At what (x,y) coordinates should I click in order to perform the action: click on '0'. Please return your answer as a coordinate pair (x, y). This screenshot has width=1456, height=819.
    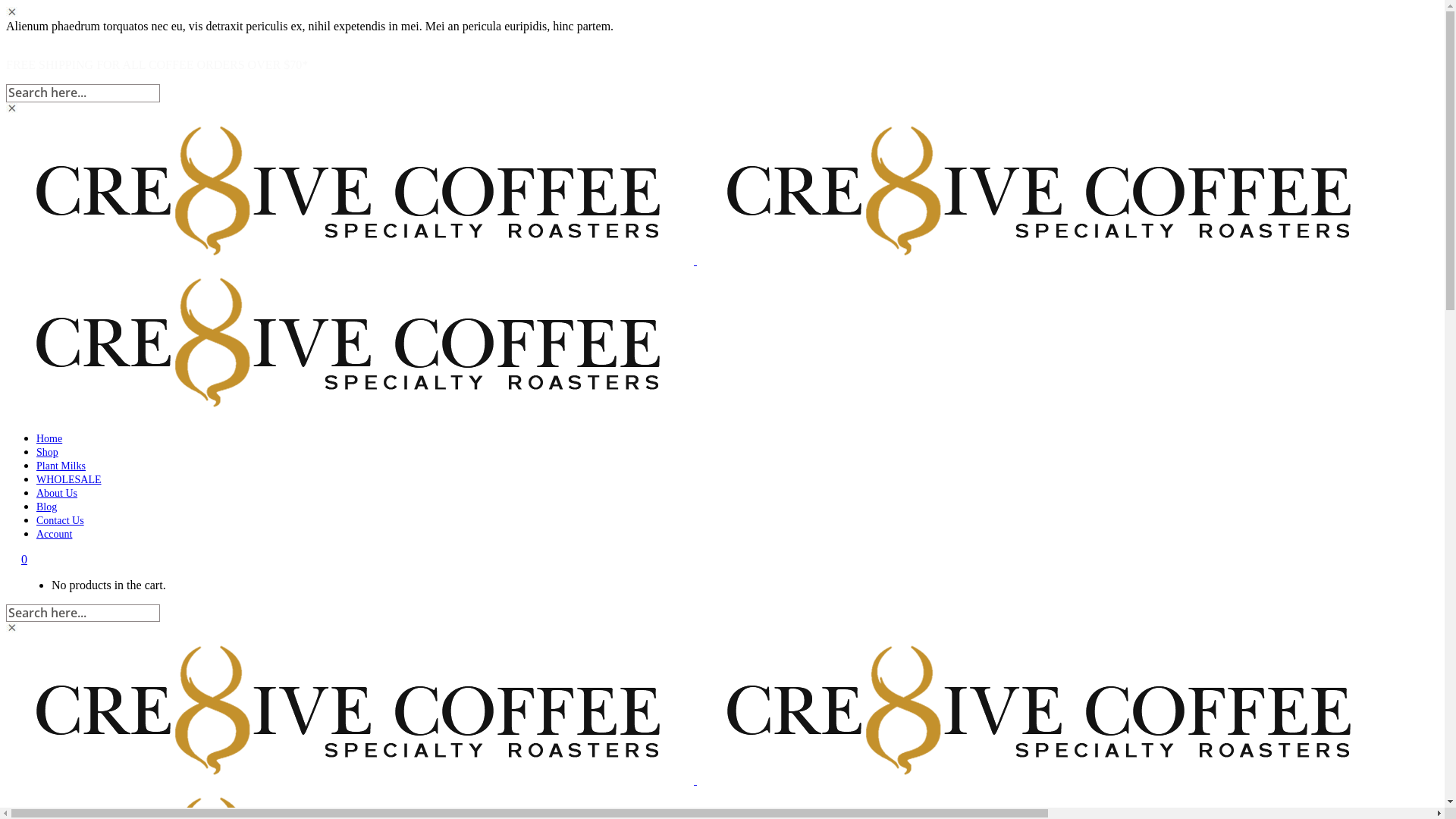
    Looking at the image, I should click on (24, 559).